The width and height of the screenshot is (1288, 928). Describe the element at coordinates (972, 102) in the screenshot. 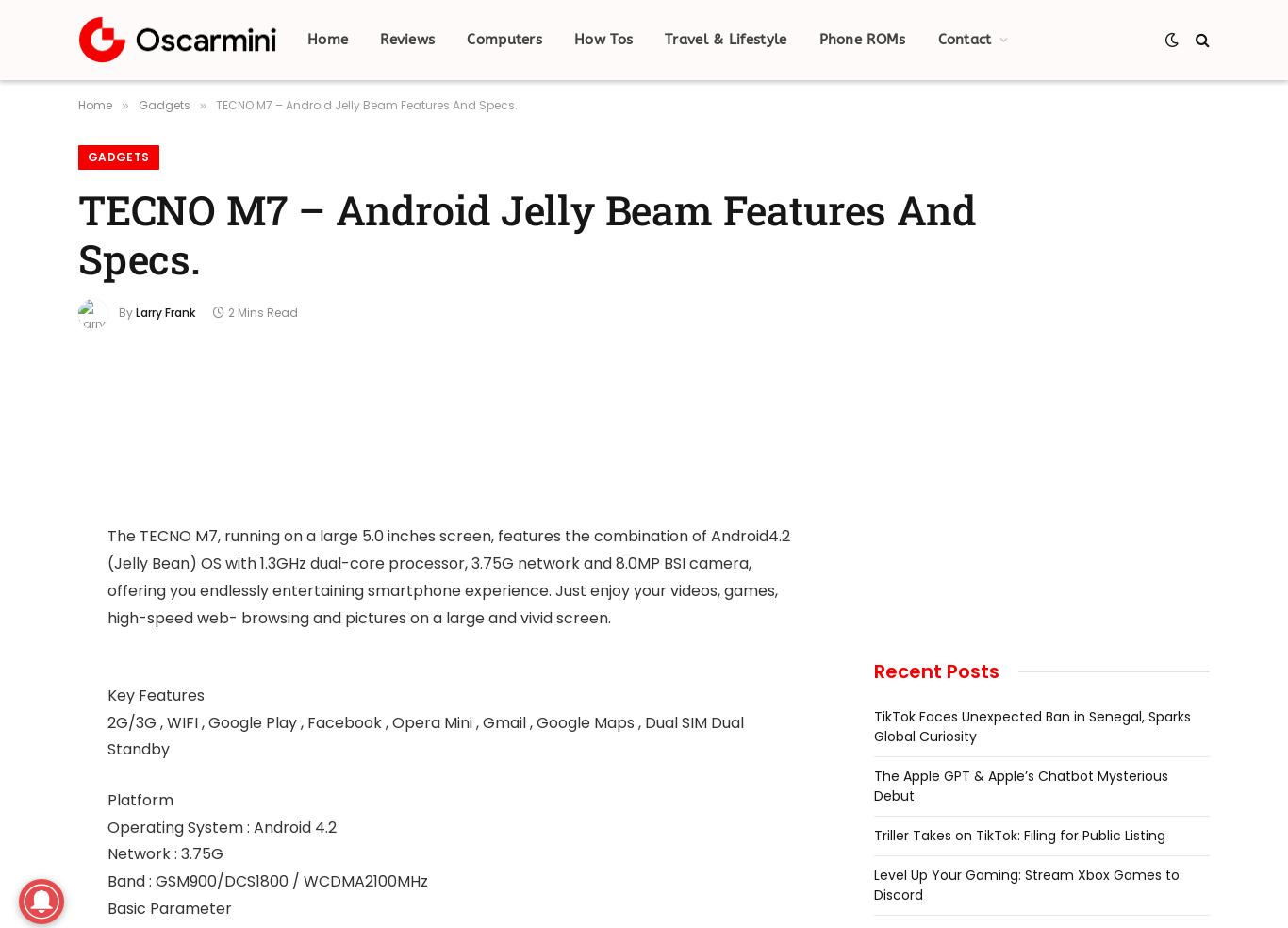

I see `'Advertise'` at that location.